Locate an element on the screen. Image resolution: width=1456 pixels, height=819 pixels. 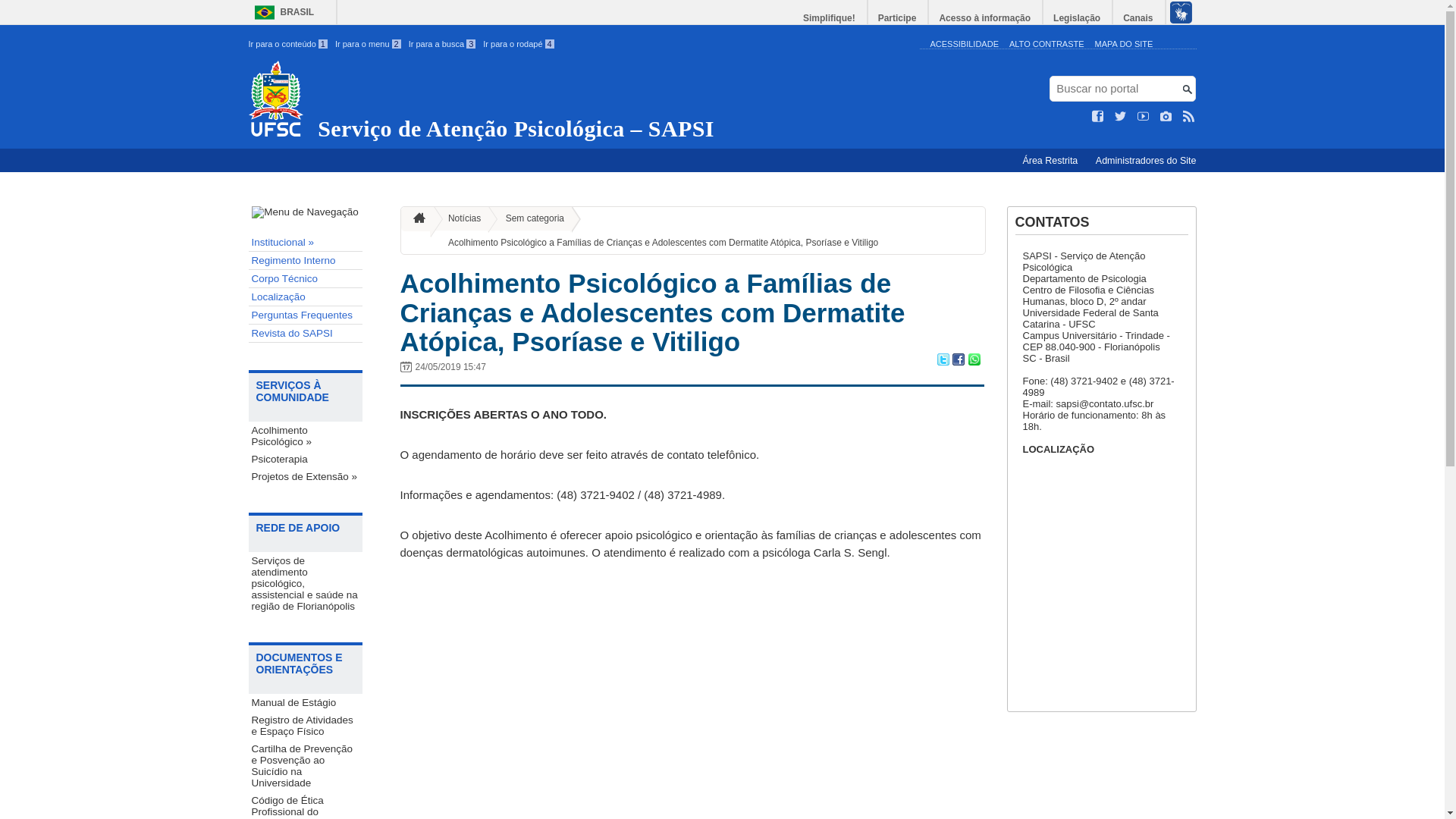
'Ir para o menu 2' is located at coordinates (368, 42).